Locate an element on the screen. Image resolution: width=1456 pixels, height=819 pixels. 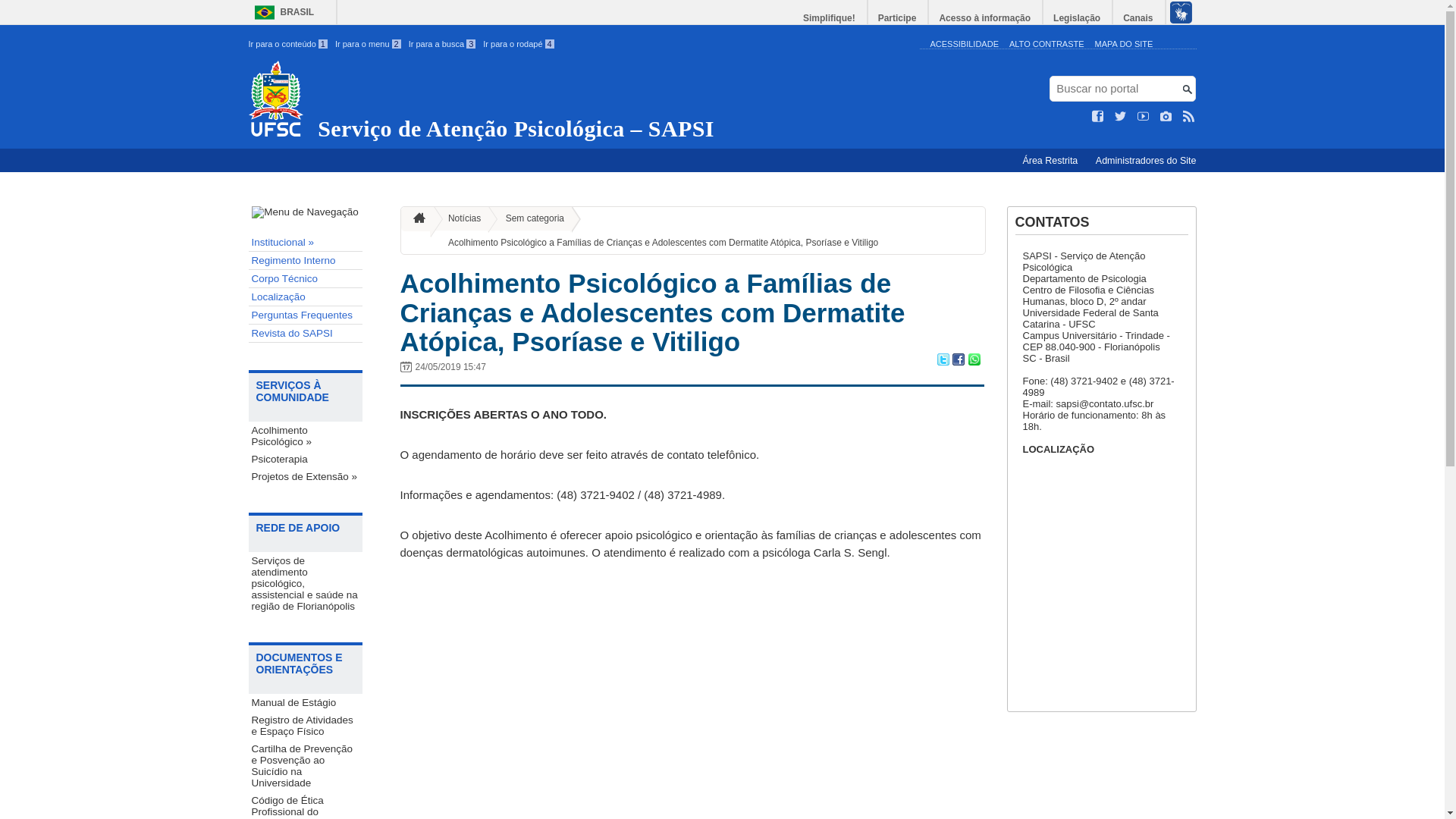
'Ir para o menu 2' is located at coordinates (368, 42).